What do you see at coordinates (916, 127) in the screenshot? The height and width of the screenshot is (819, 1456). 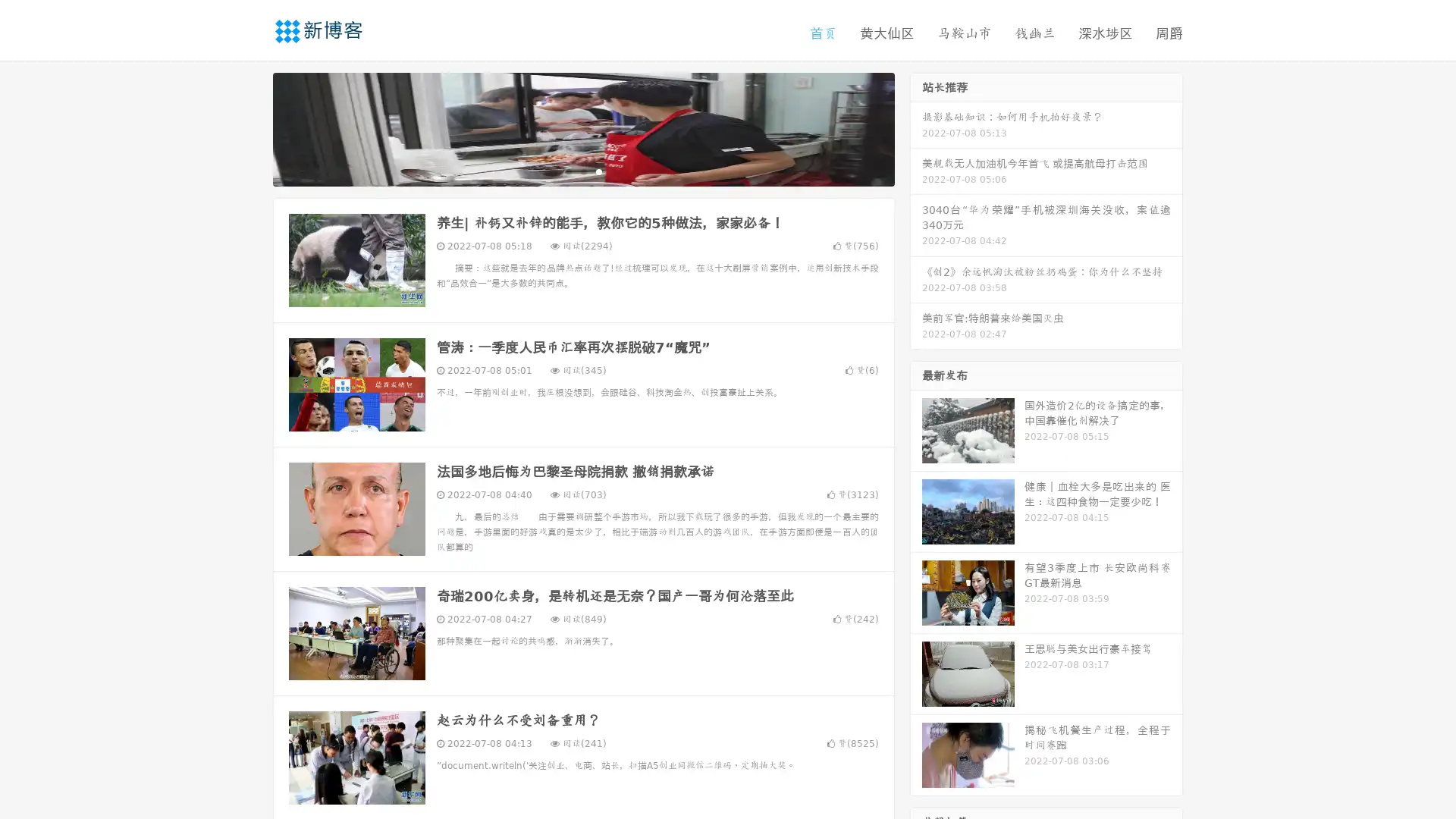 I see `Next slide` at bounding box center [916, 127].